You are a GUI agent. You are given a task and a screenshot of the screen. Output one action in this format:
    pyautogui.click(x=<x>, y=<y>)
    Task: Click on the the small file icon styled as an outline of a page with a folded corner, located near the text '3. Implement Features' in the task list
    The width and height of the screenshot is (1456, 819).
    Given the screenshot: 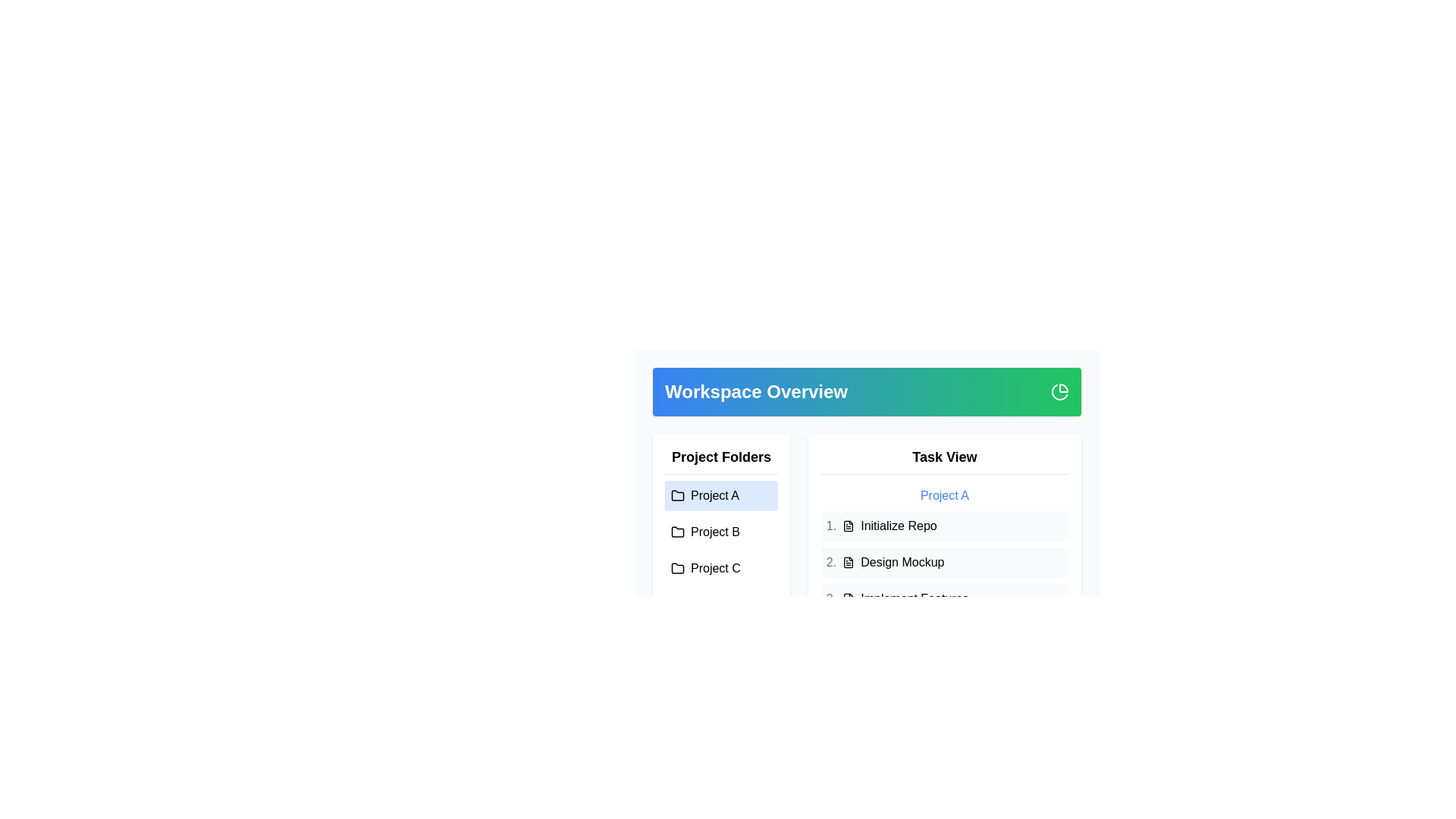 What is the action you would take?
    pyautogui.click(x=848, y=598)
    